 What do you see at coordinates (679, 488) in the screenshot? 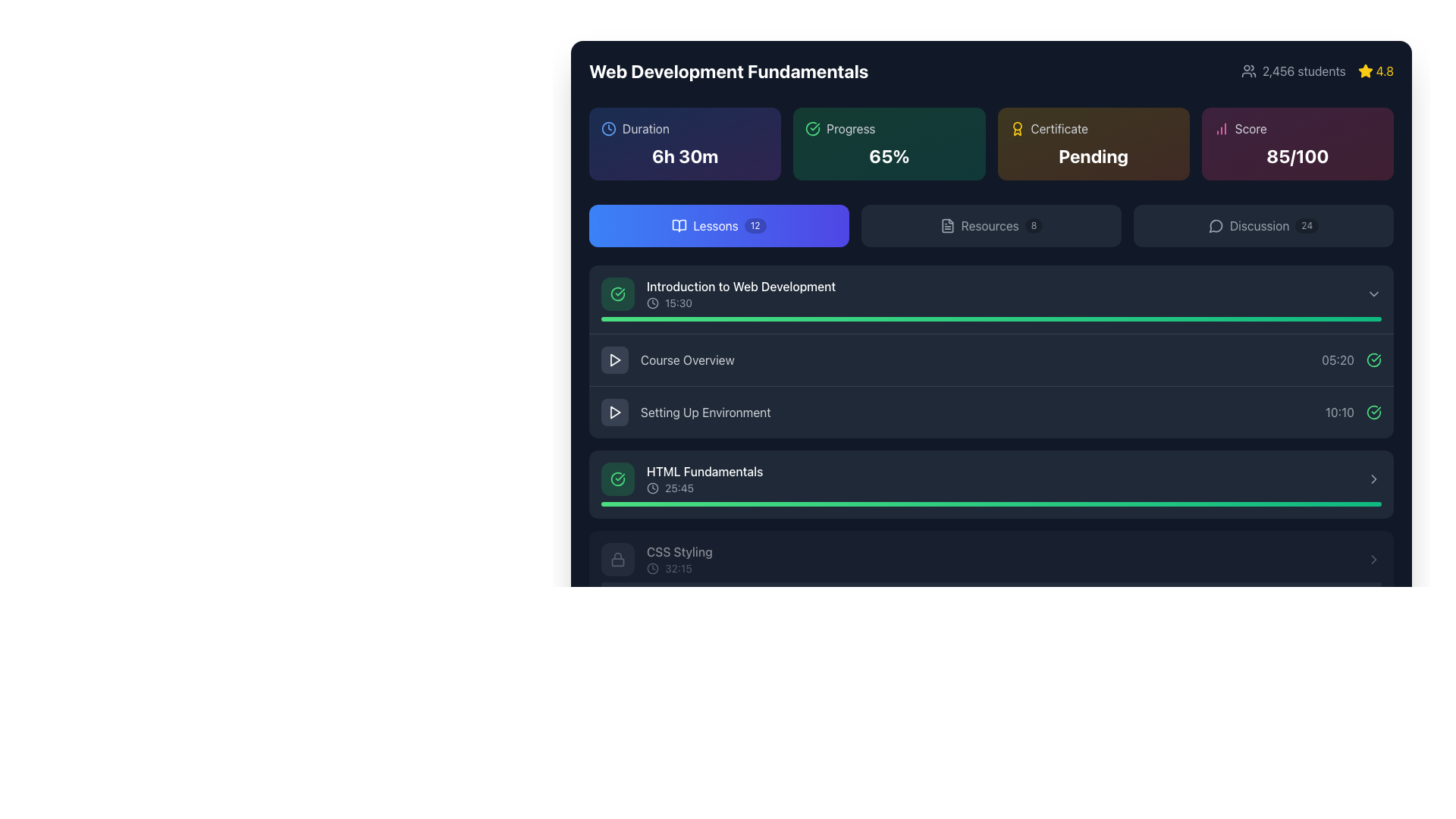
I see `the text label displaying '25:45', which is located to the right of the clock icon in the 'HTML Fundamentals' lesson item, indicating a duration or time` at bounding box center [679, 488].